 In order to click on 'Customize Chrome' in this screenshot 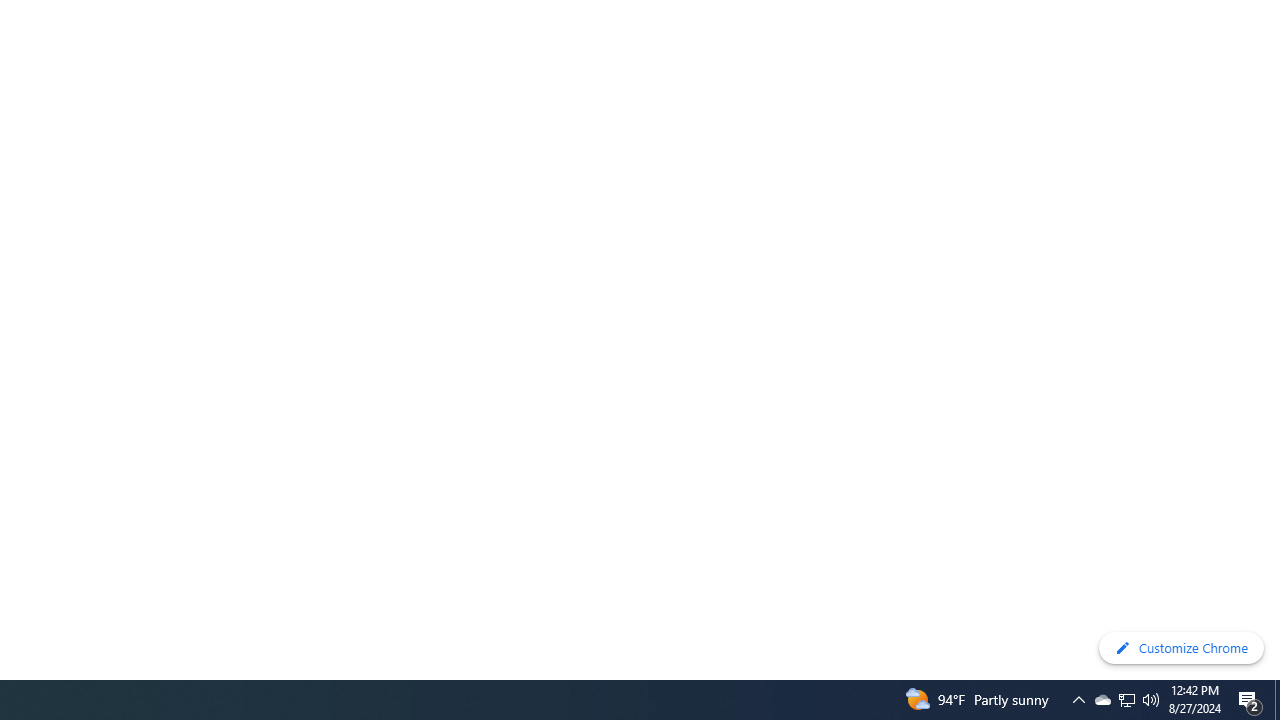, I will do `click(1181, 648)`.